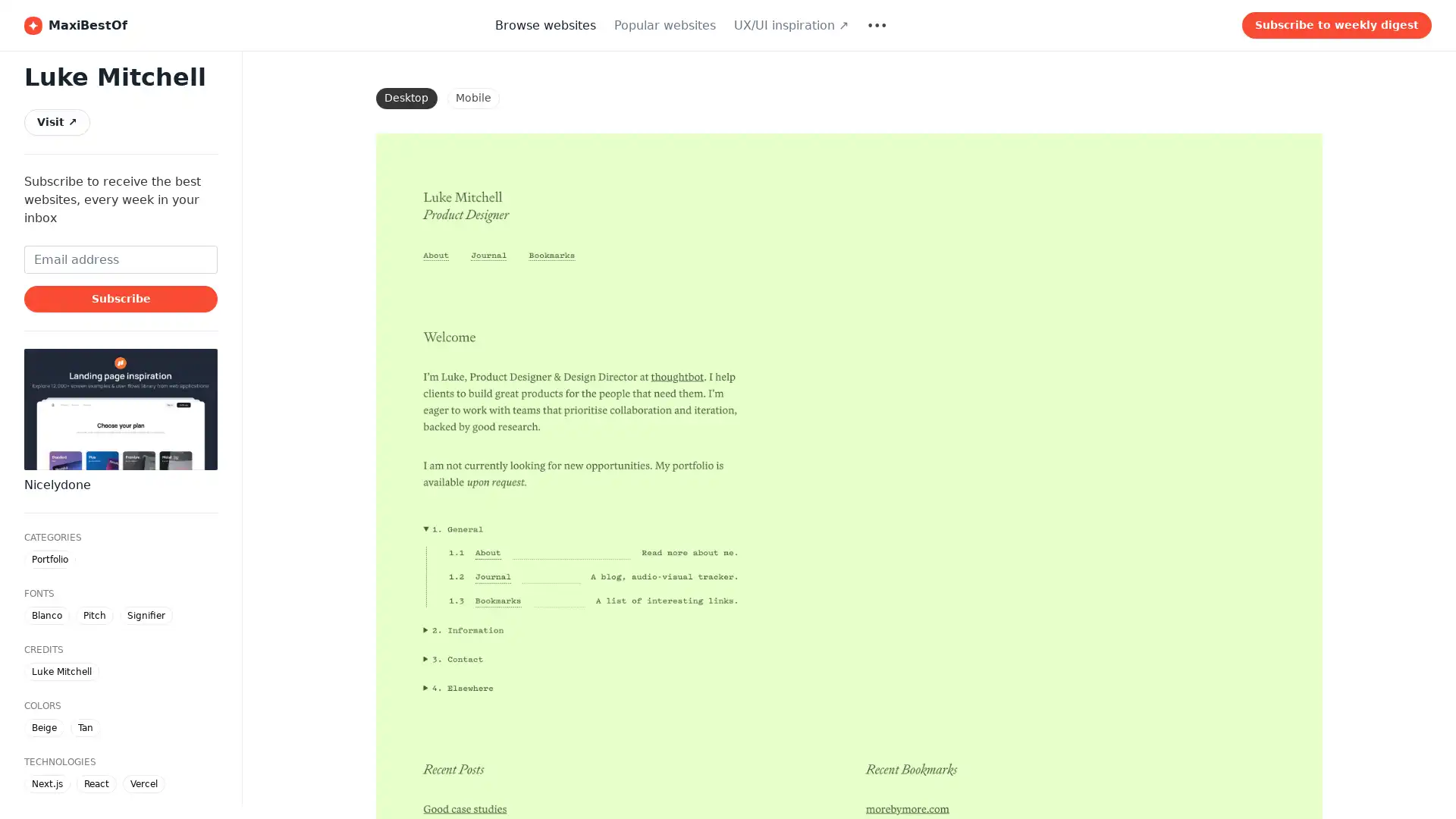 This screenshot has height=819, width=1456. I want to click on Subscribe, so click(120, 298).